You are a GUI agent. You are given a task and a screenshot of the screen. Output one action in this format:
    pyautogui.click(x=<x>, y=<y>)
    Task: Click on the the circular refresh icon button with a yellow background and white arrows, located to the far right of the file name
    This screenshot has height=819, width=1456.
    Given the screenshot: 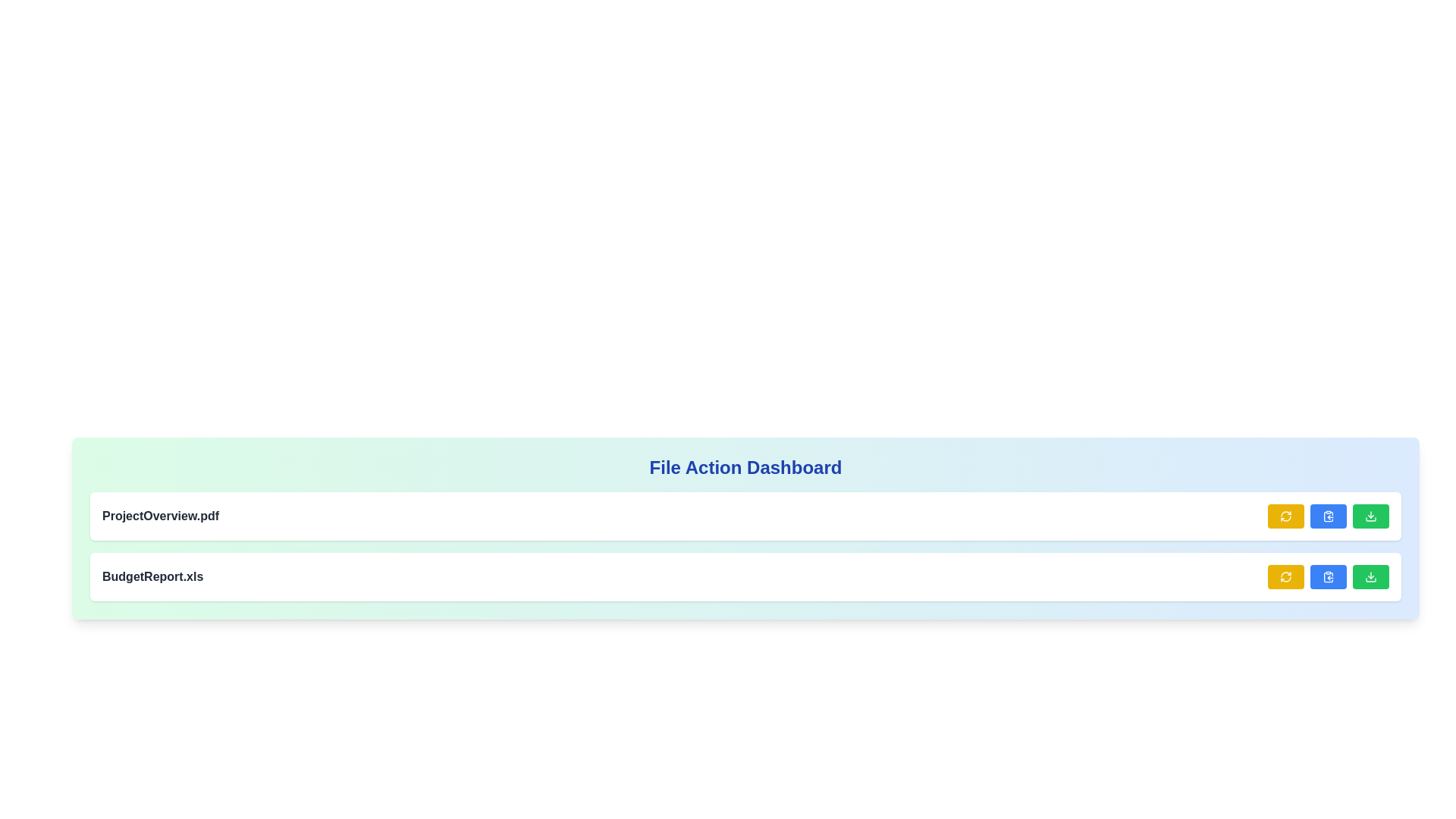 What is the action you would take?
    pyautogui.click(x=1285, y=576)
    